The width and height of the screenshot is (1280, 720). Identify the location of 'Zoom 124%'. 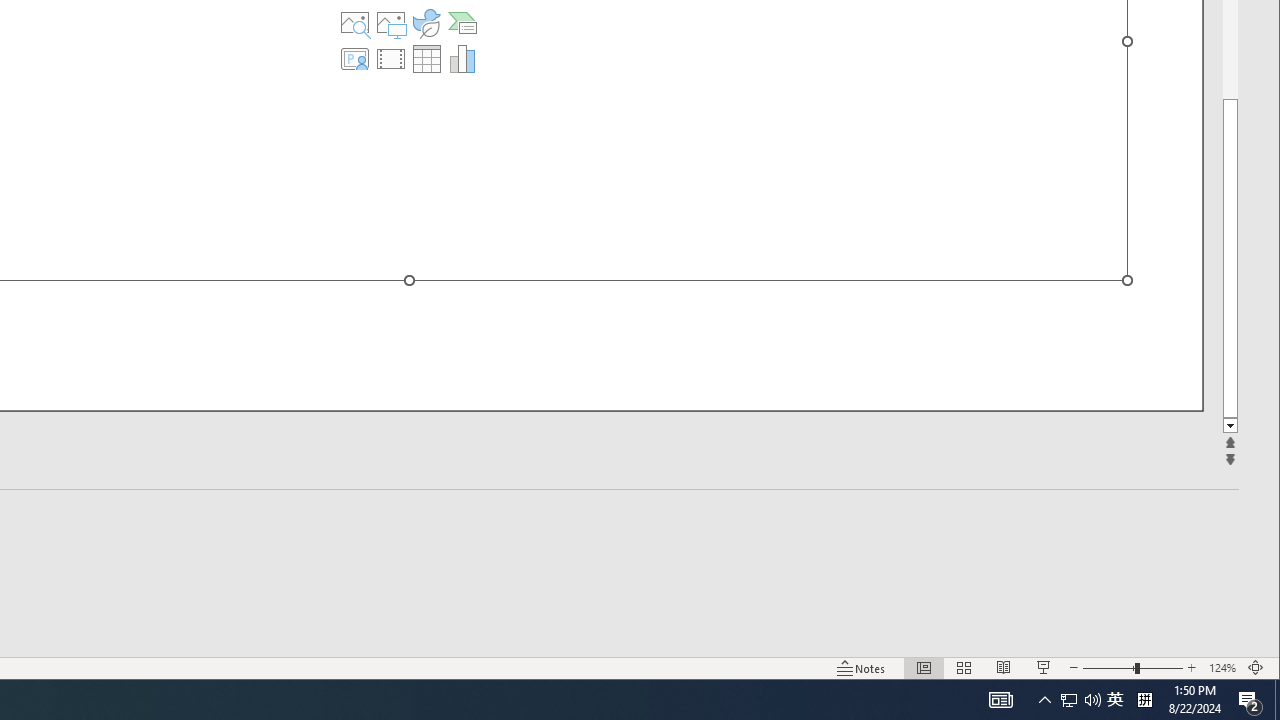
(1221, 668).